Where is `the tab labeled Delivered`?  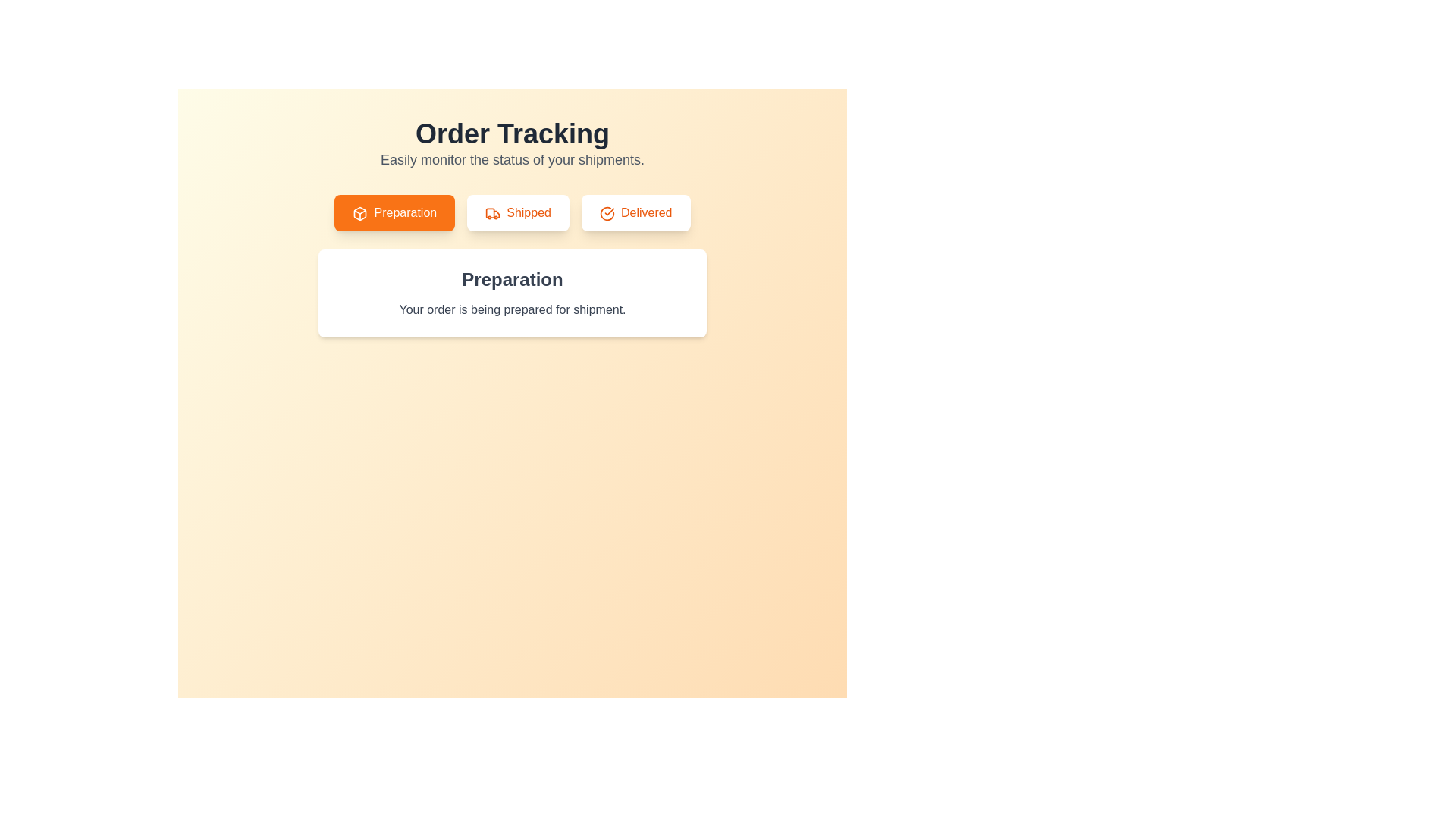
the tab labeled Delivered is located at coordinates (635, 213).